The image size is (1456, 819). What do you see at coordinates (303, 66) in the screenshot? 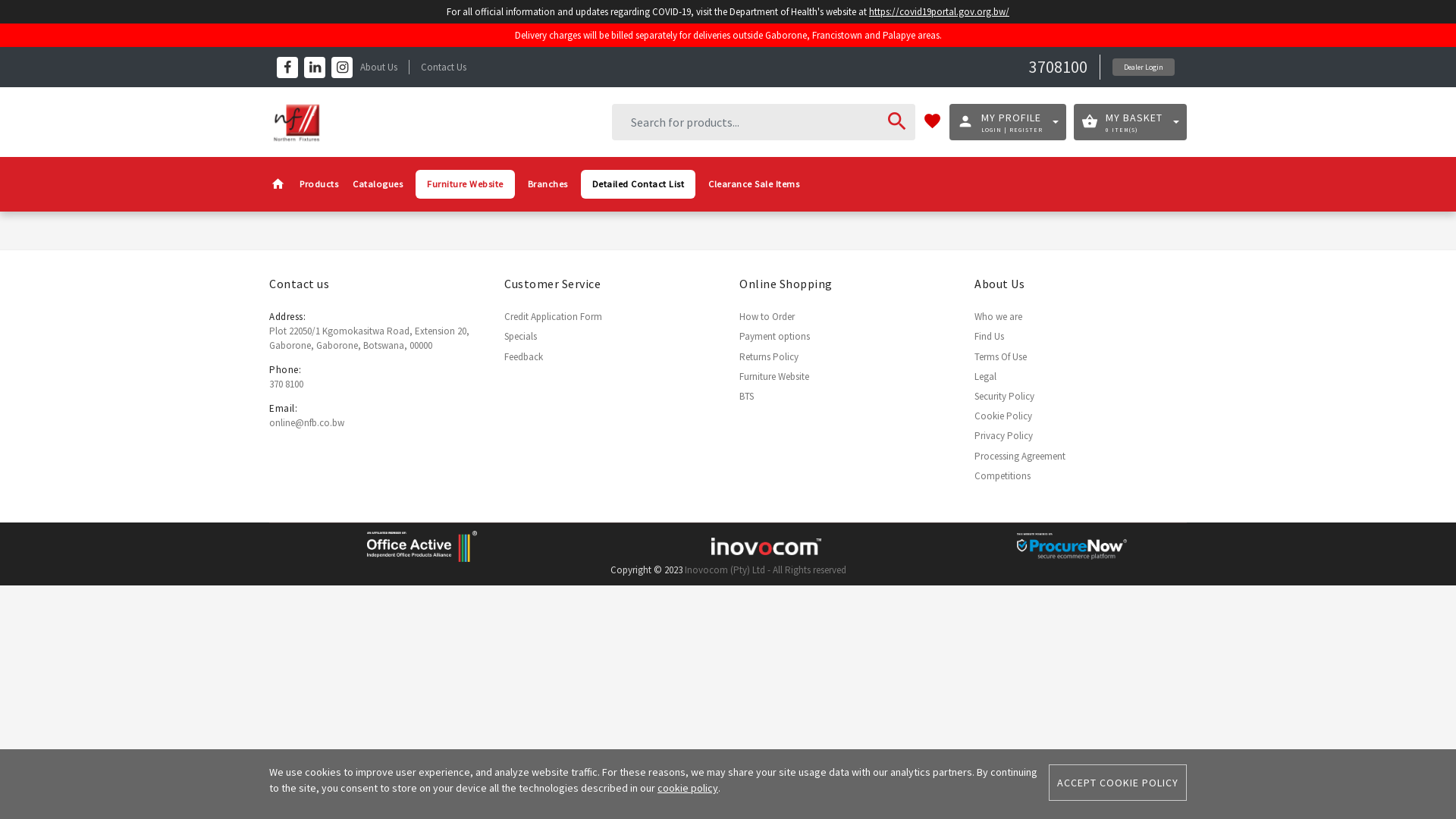
I see `'Linkedin'` at bounding box center [303, 66].